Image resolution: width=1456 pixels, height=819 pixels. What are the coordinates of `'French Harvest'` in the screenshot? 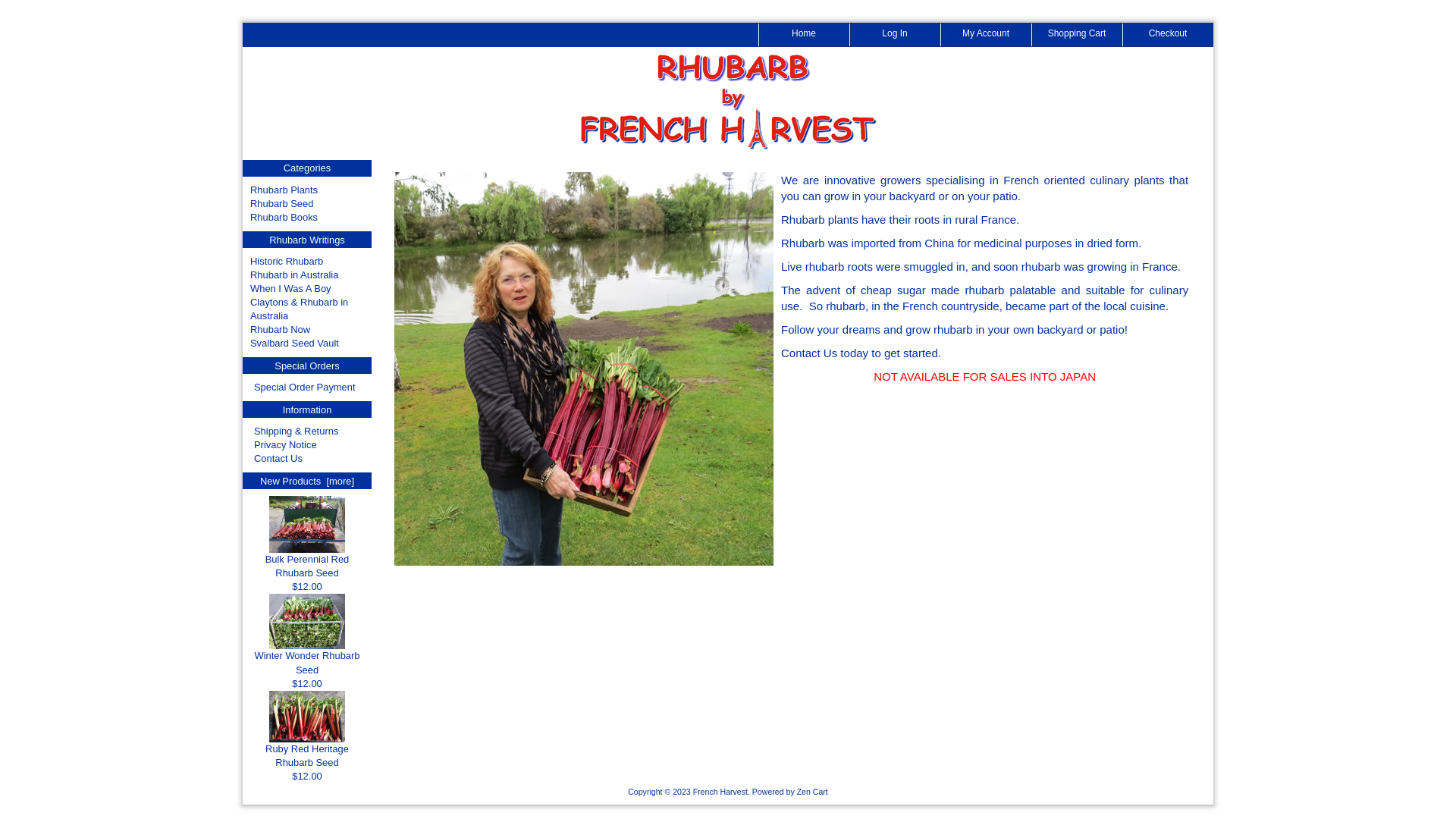 It's located at (692, 791).